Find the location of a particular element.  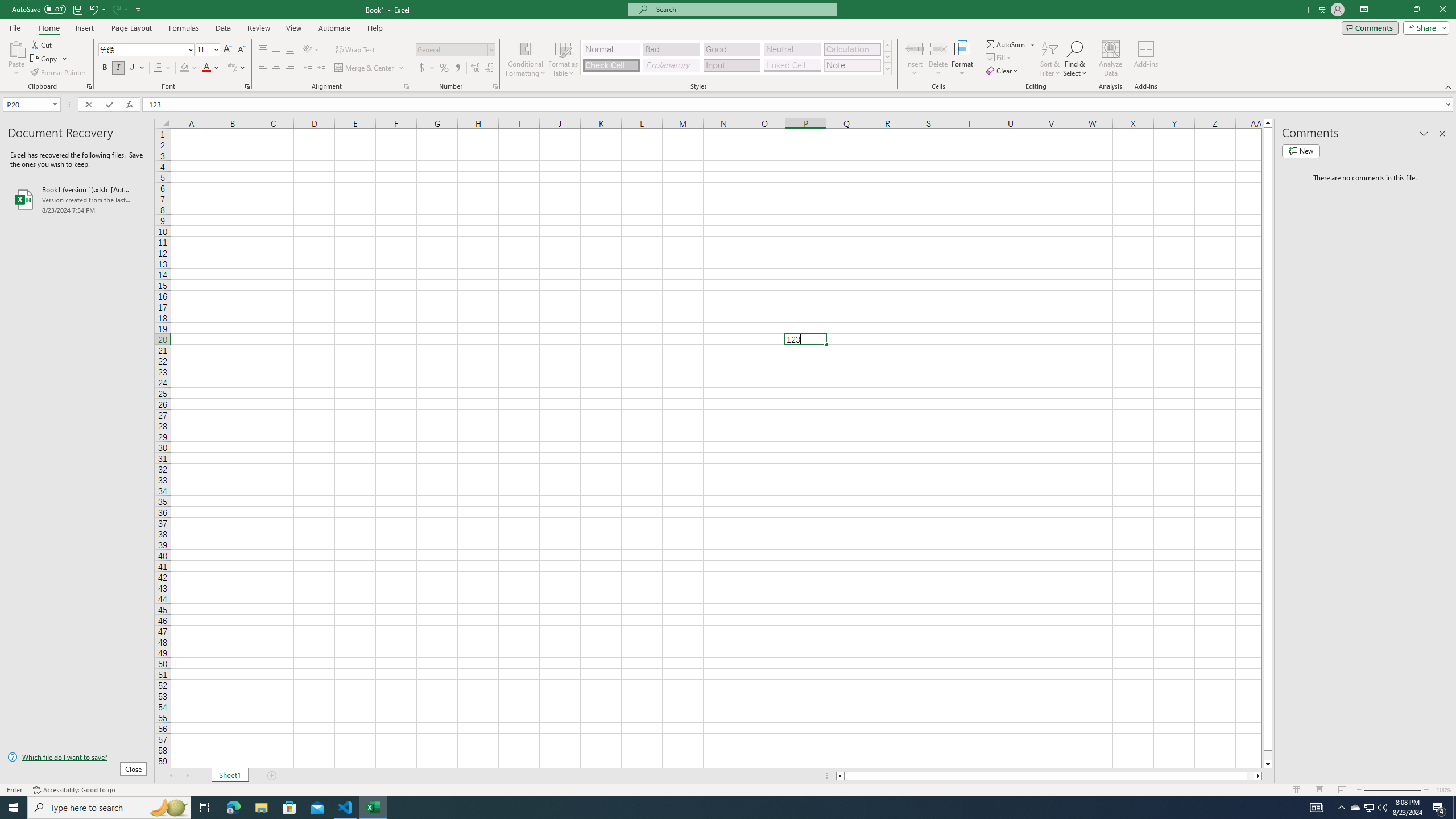

'Format Cell Font' is located at coordinates (247, 85).